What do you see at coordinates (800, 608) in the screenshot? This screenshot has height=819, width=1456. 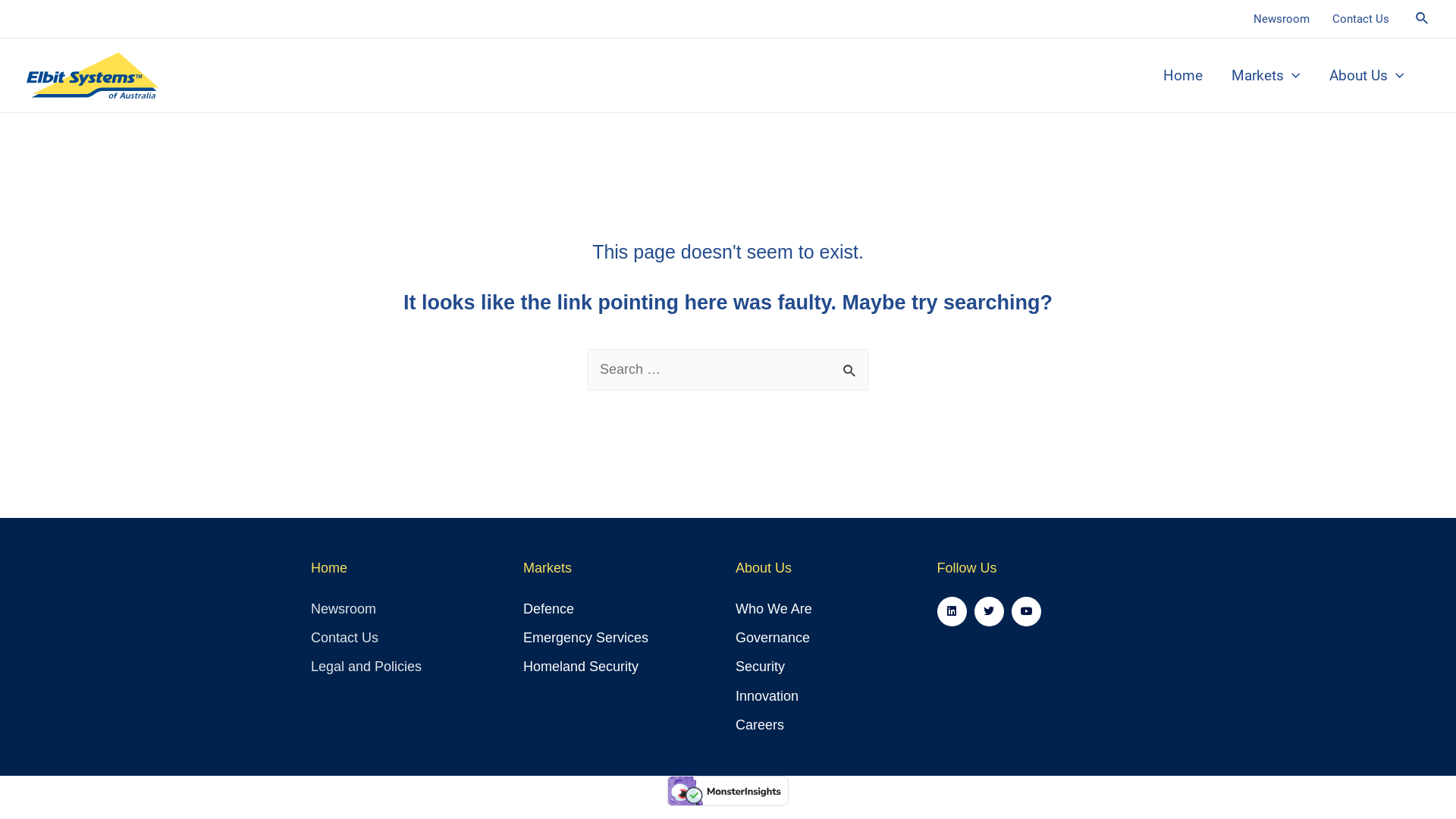 I see `'Who We Are'` at bounding box center [800, 608].